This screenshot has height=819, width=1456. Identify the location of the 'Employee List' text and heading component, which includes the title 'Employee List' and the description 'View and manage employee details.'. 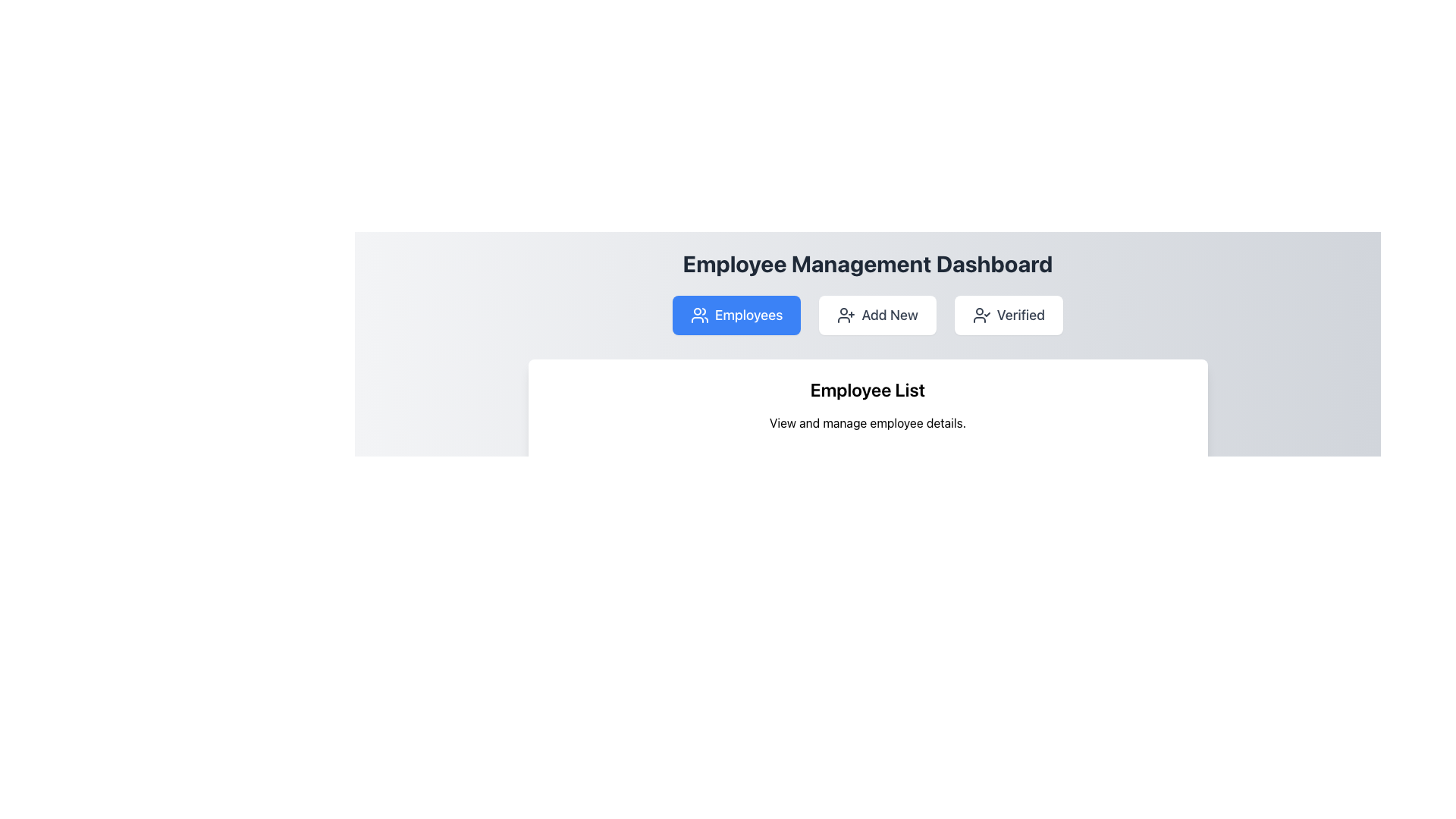
(868, 403).